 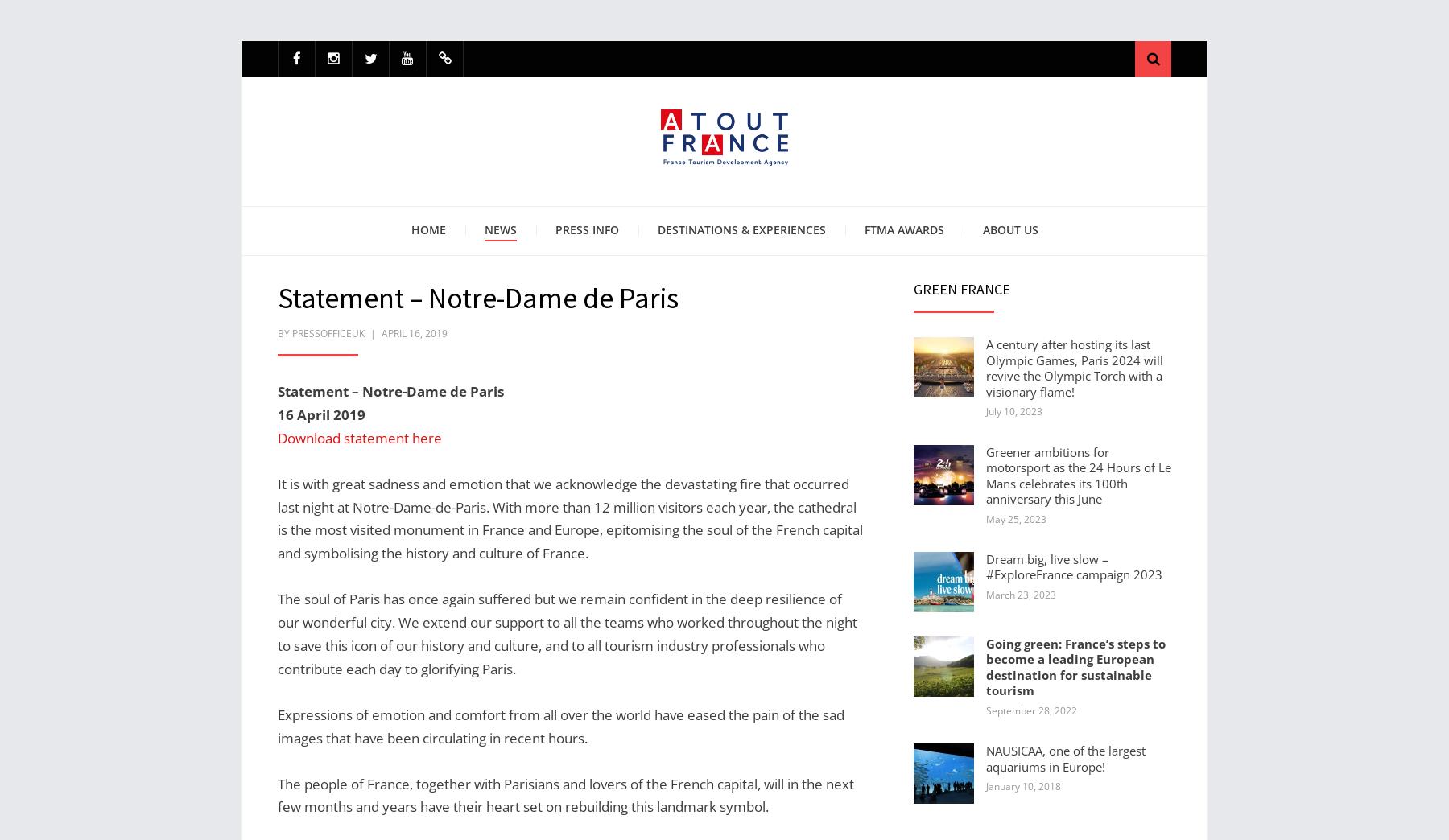 I want to click on 'The people of France, together with Parisians and lovers of the French capital, will in the next few months and years have their heart set on rebuilding this landmark symbol.', so click(x=278, y=795).